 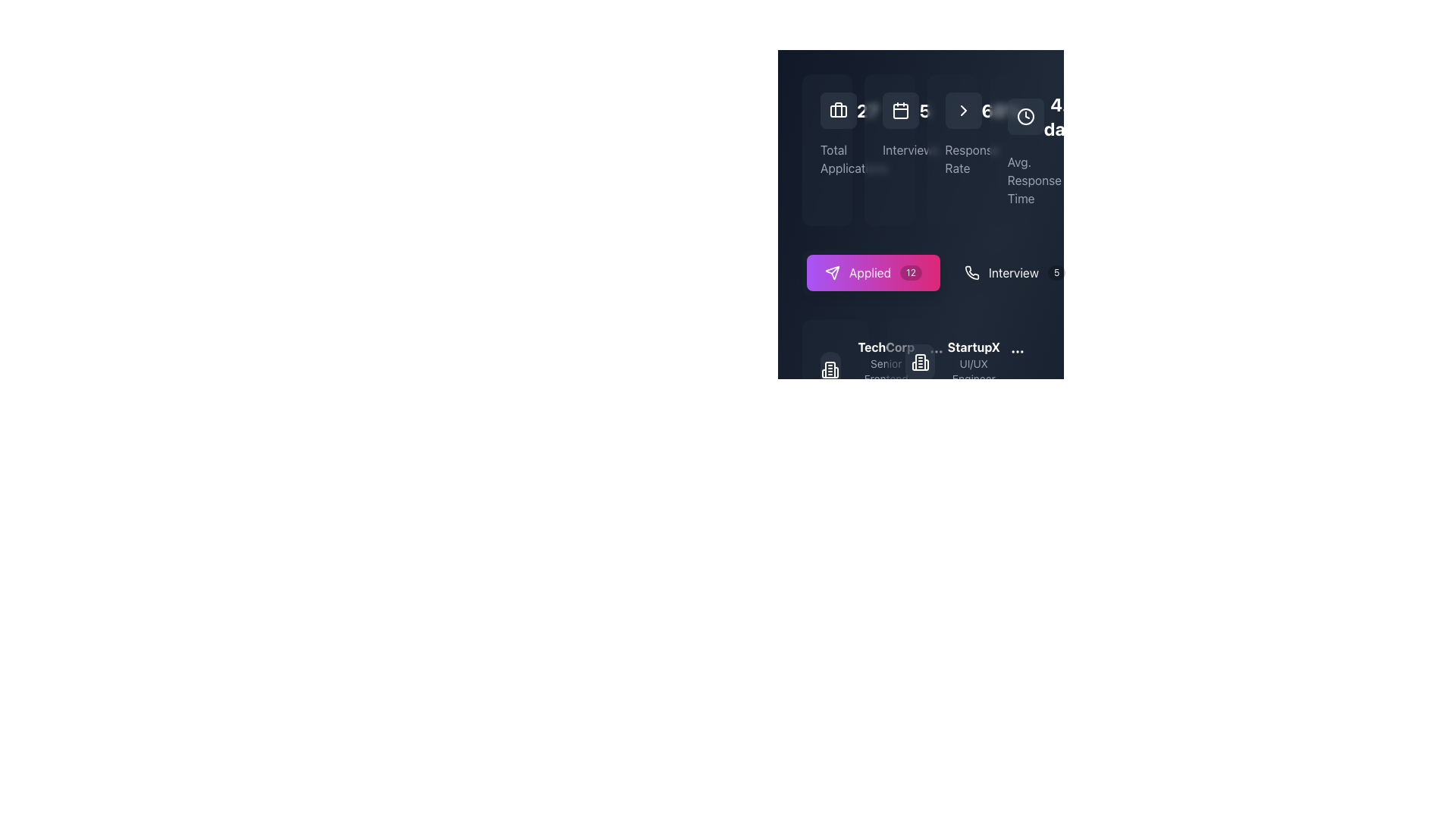 What do you see at coordinates (827, 158) in the screenshot?
I see `the text label reading 'Total Applications', which is styled in light gray and positioned below the numeric indicator '27' within a dark gray card` at bounding box center [827, 158].